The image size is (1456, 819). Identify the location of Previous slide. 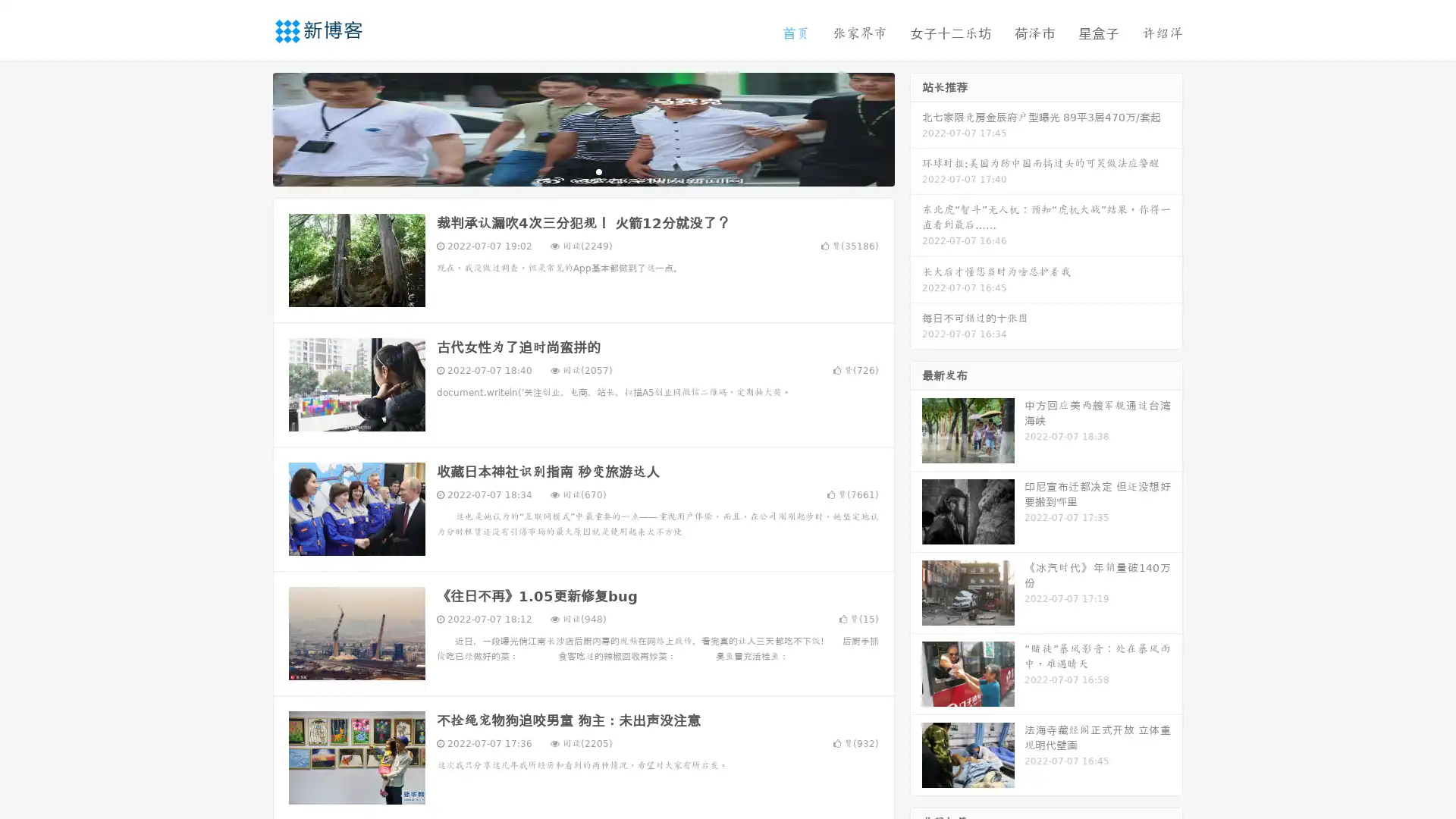
(250, 127).